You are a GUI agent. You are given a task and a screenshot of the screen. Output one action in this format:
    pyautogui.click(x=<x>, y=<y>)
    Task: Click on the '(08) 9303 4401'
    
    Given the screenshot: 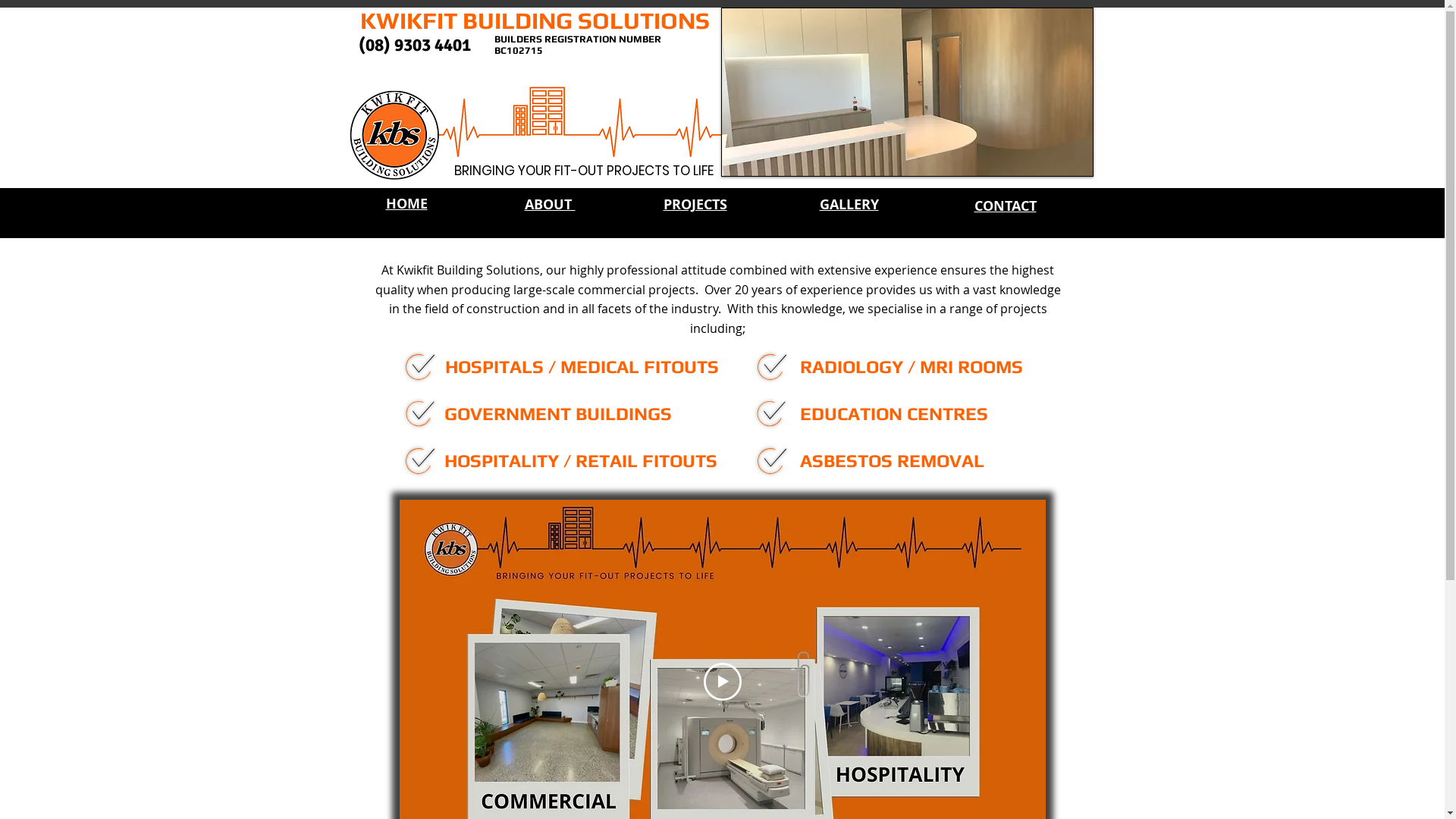 What is the action you would take?
    pyautogui.click(x=414, y=43)
    